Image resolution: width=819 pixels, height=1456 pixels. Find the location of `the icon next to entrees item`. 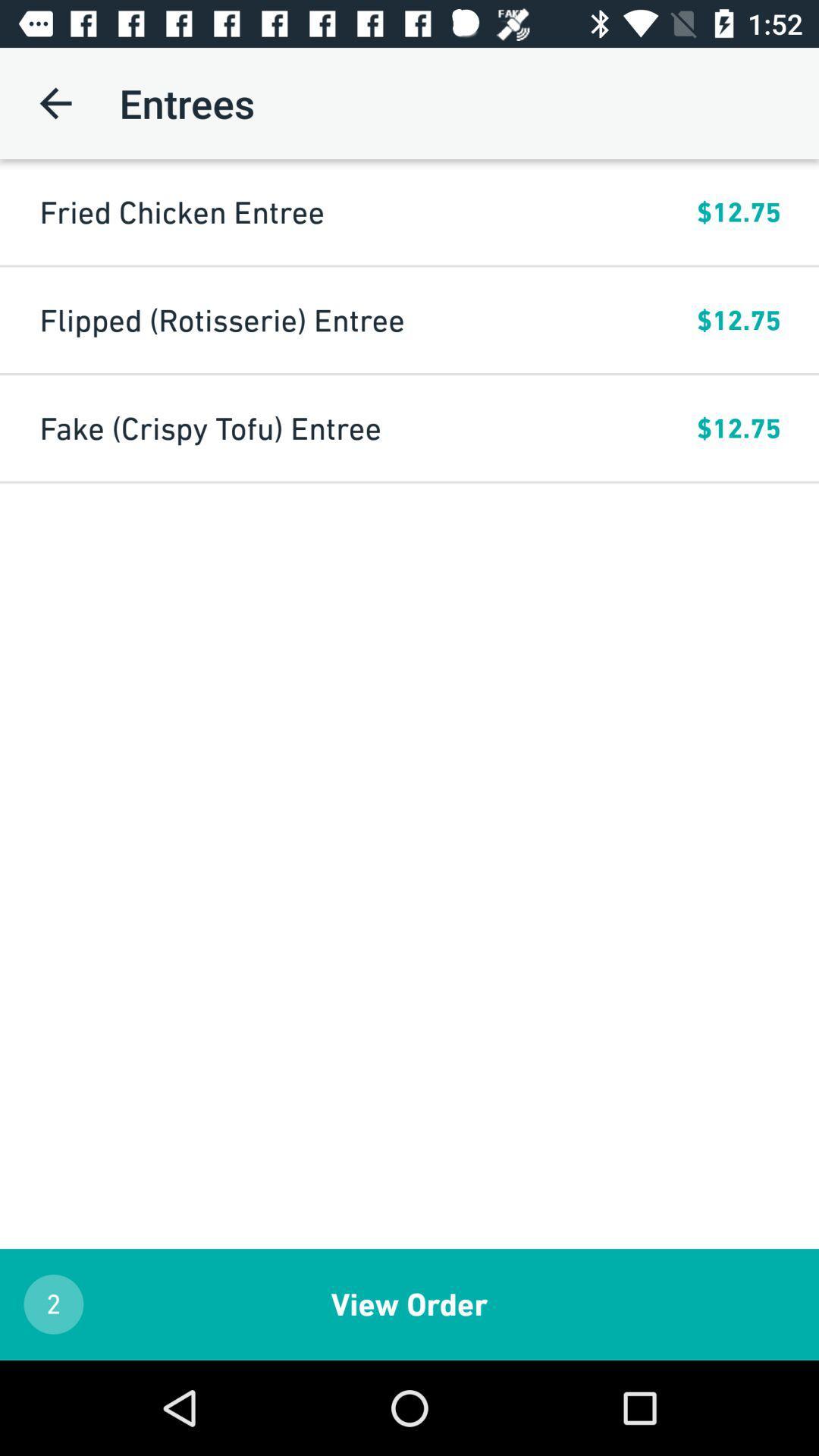

the icon next to entrees item is located at coordinates (55, 102).